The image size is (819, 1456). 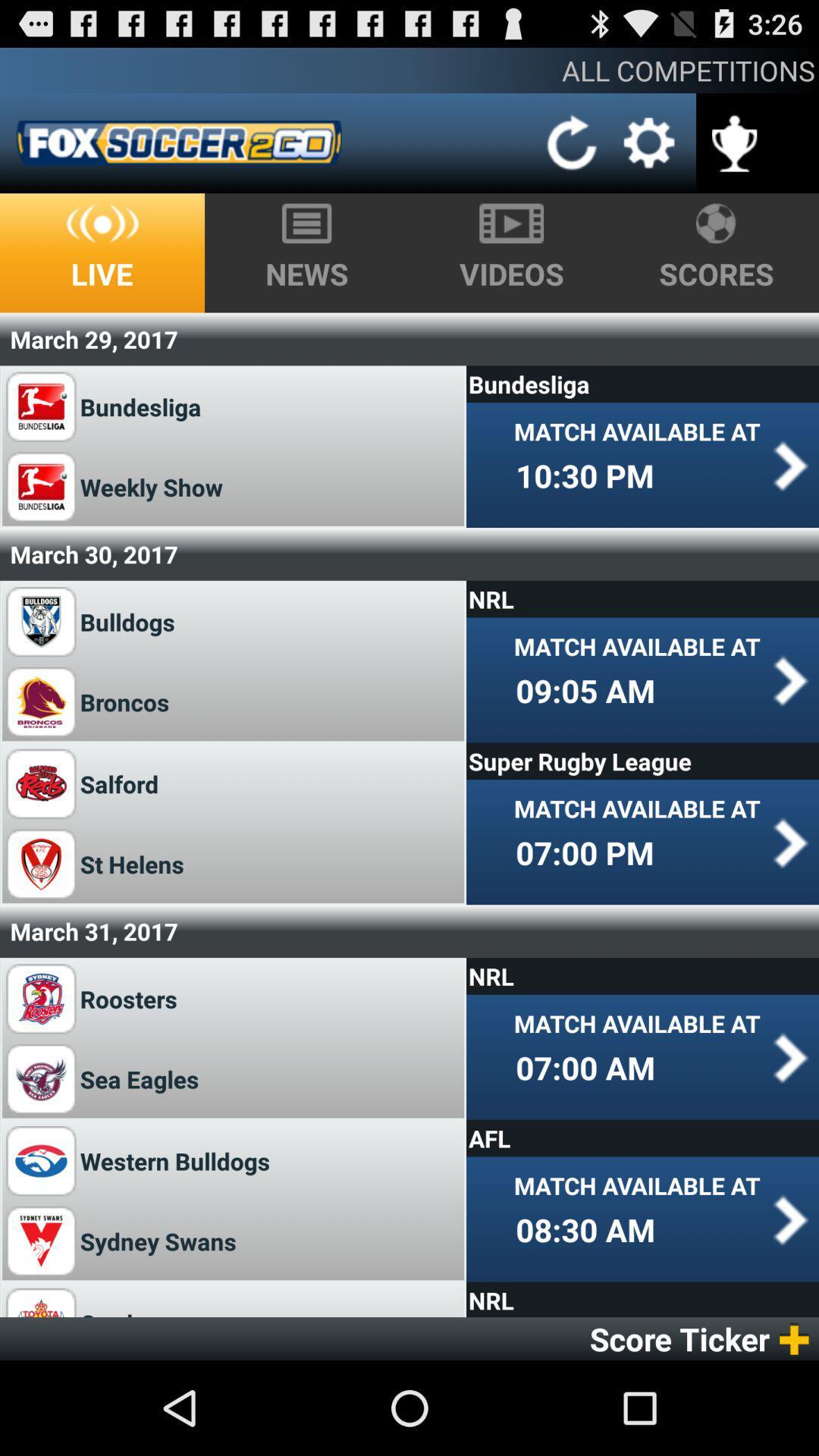 I want to click on the sea eagles   item, so click(x=145, y=1078).